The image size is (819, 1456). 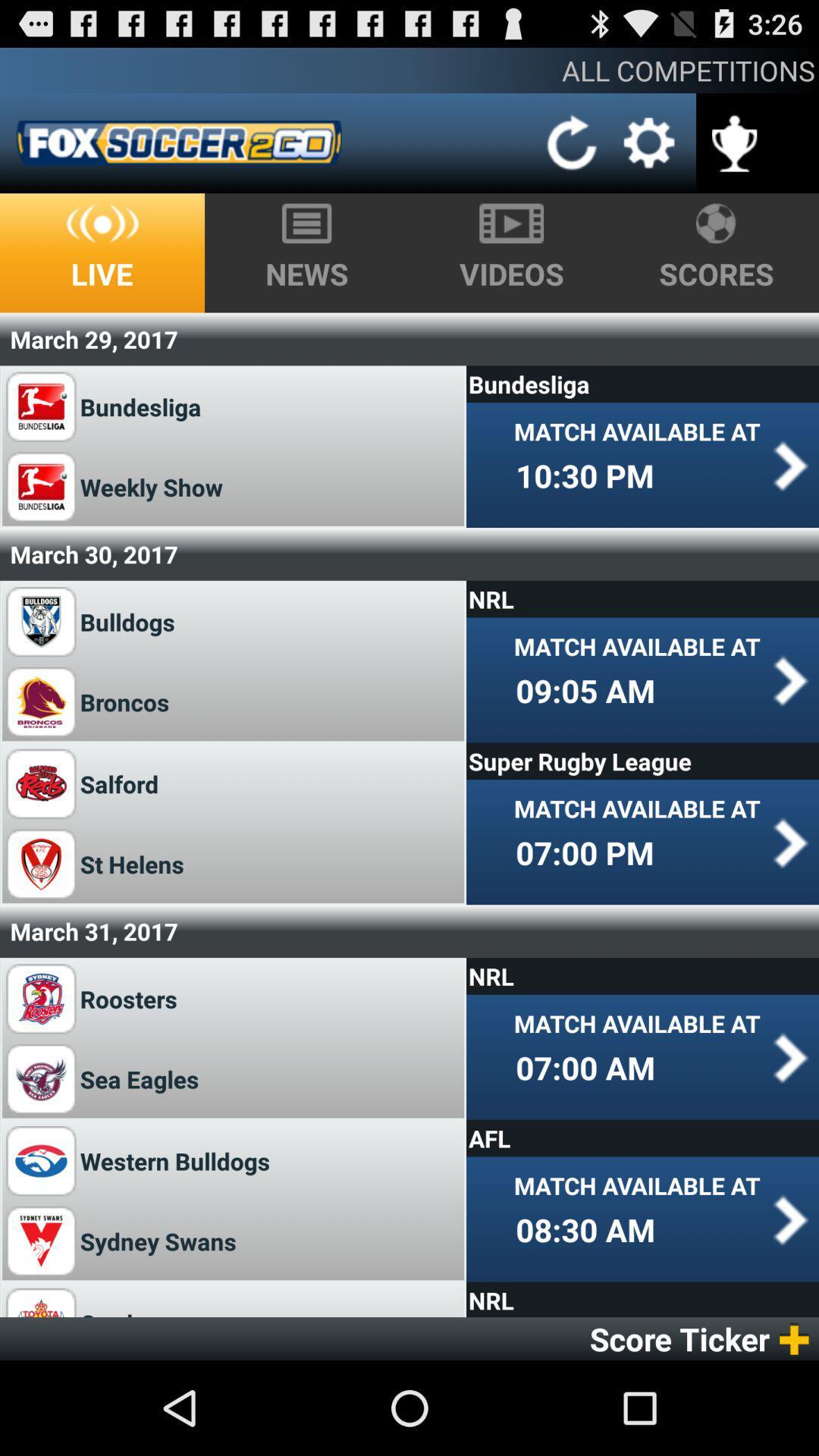 I want to click on the sea eagles   item, so click(x=145, y=1078).